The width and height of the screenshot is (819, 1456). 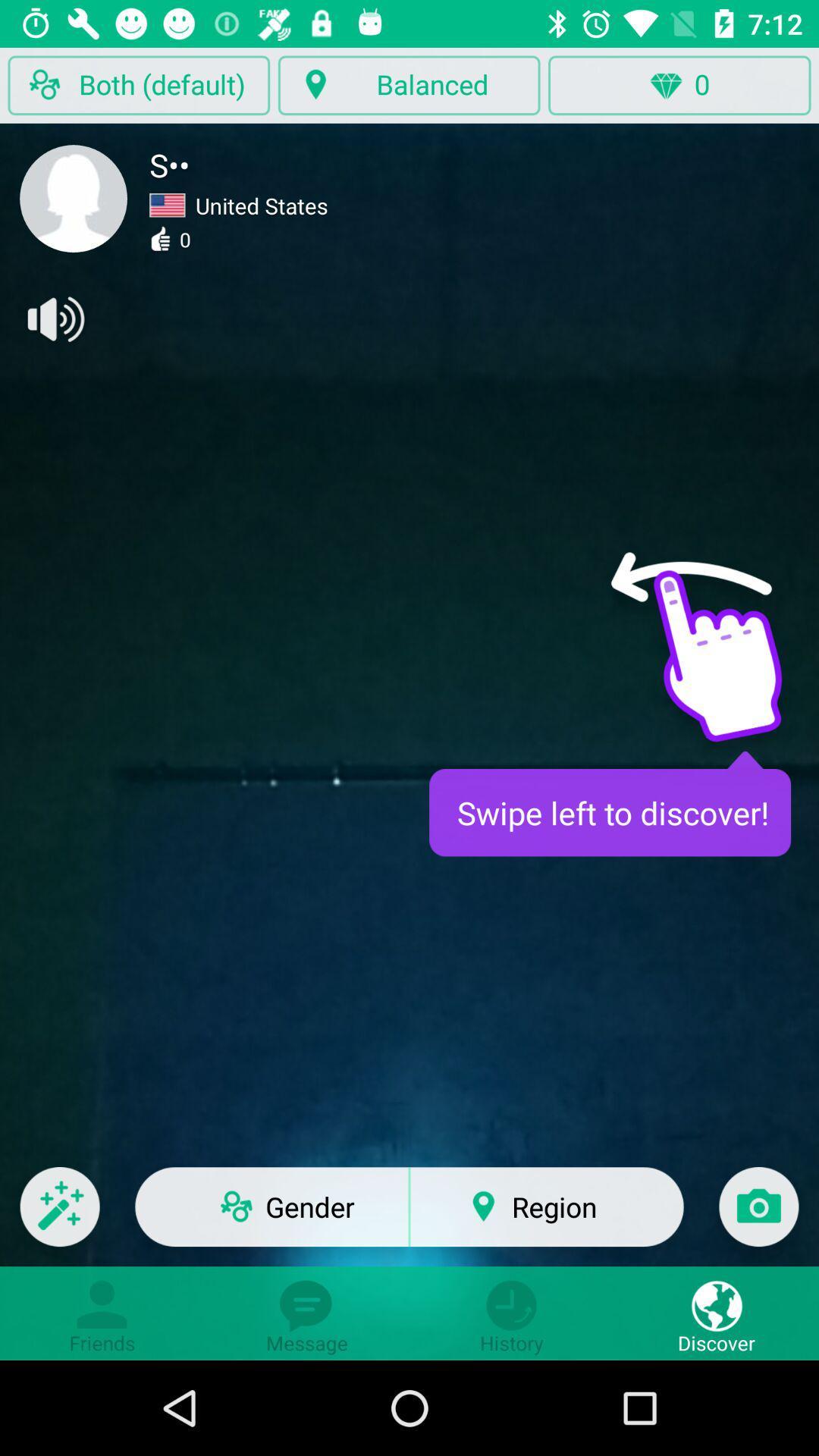 I want to click on drawing tools, so click(x=59, y=1216).